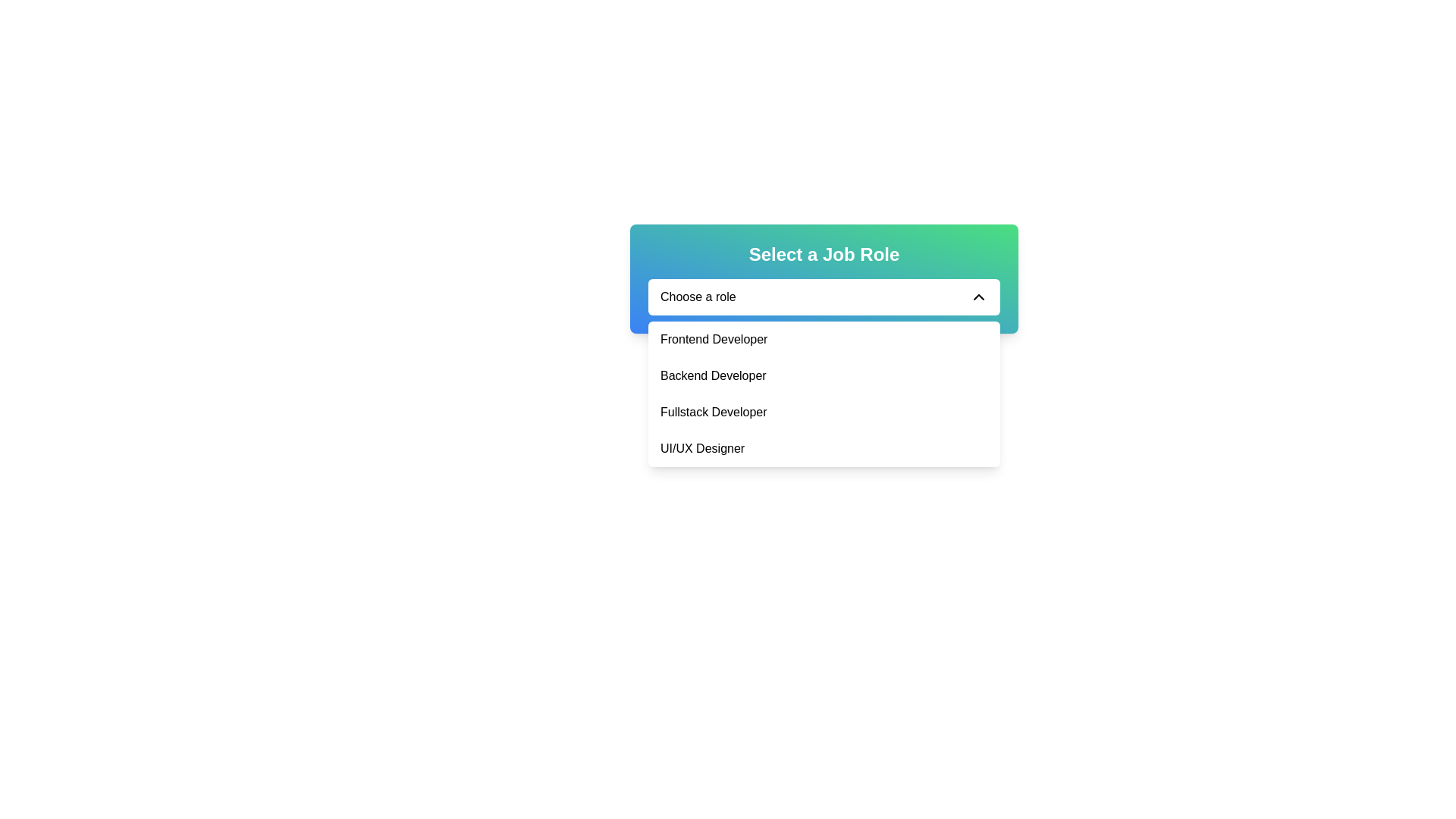  What do you see at coordinates (979, 297) in the screenshot?
I see `the upwards-pointing chevron icon with a thin black outline located on the right side of the white selection box labeled 'Choose a role'` at bounding box center [979, 297].